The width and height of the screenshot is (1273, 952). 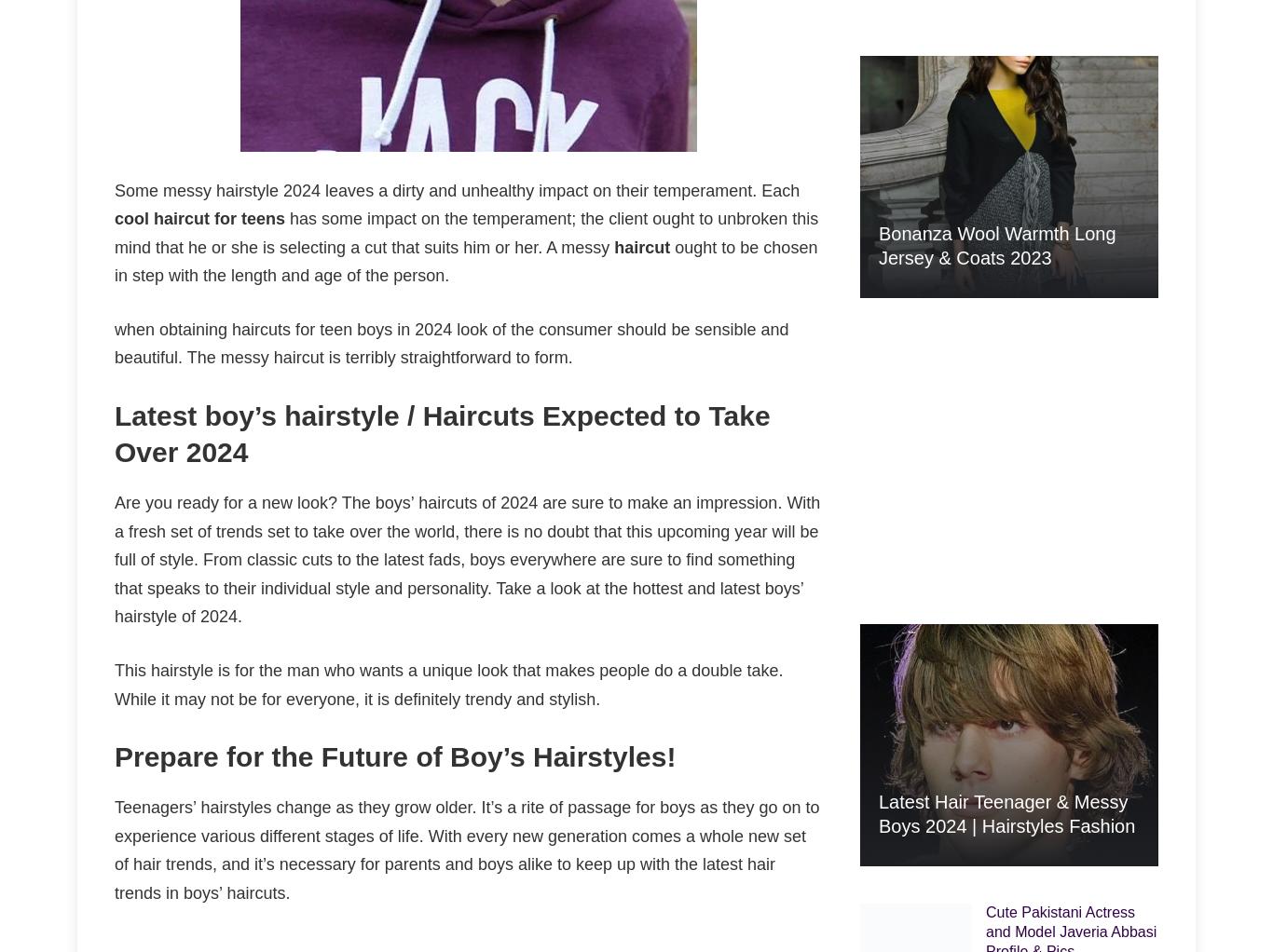 I want to click on 'has some impact on the temperament; the client ought to unbroken this mind that he or she is selecting a cut that suits him or her. A messy', so click(x=466, y=231).